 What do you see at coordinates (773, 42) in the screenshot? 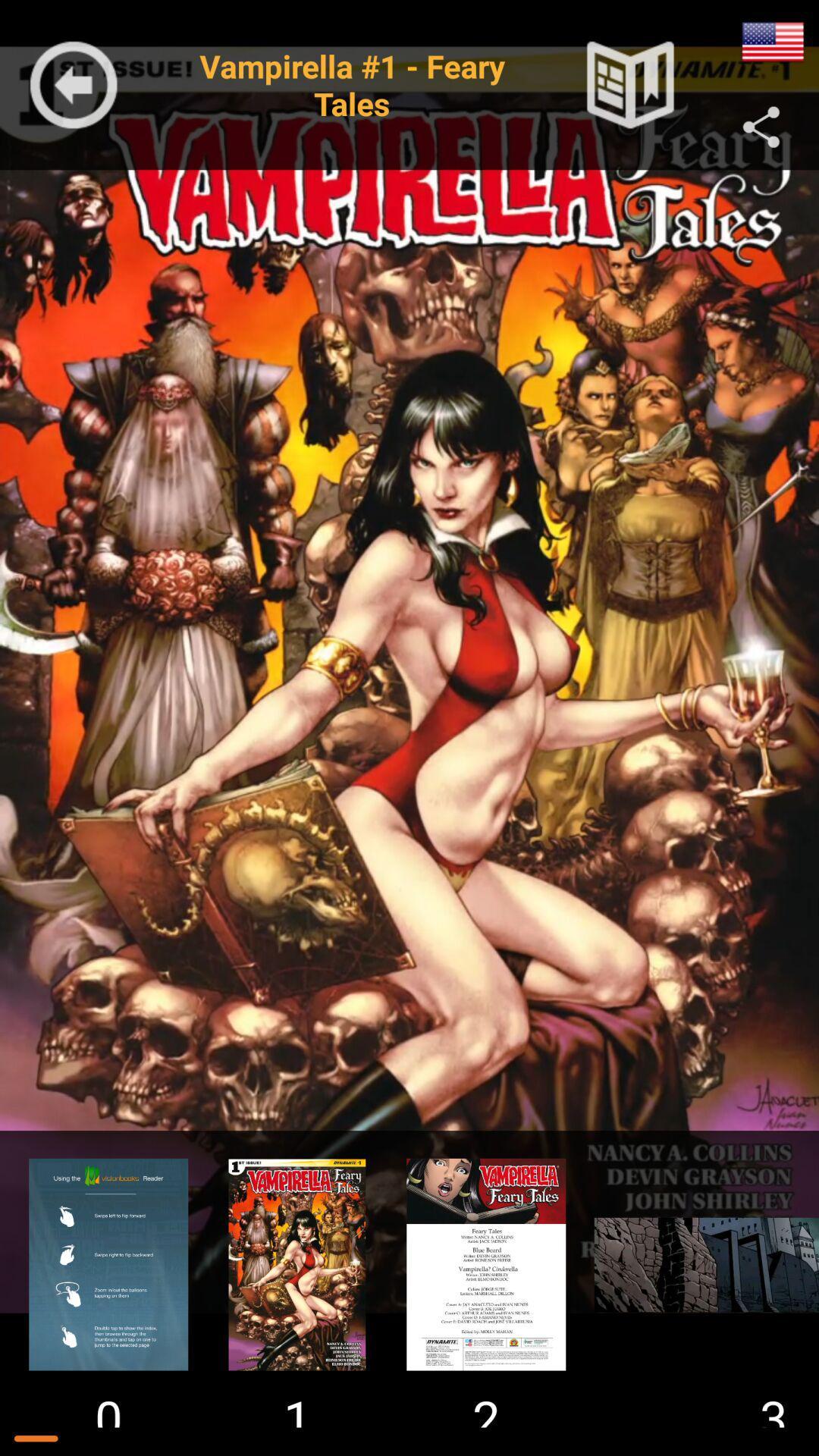
I see `change to usa` at bounding box center [773, 42].